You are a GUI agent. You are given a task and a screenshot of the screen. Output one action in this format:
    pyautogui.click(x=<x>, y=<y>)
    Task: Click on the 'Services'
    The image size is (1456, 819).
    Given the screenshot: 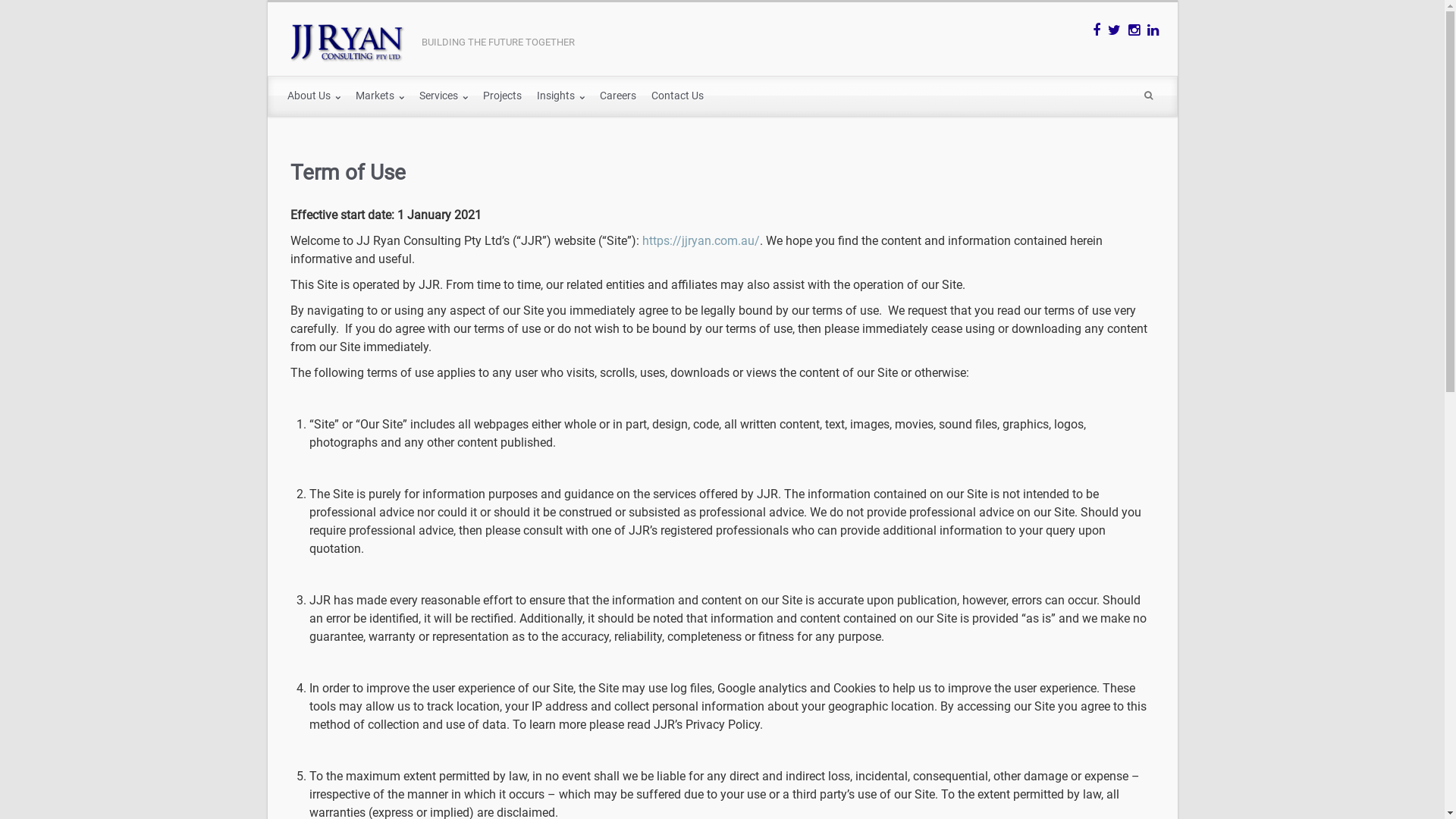 What is the action you would take?
    pyautogui.click(x=411, y=96)
    